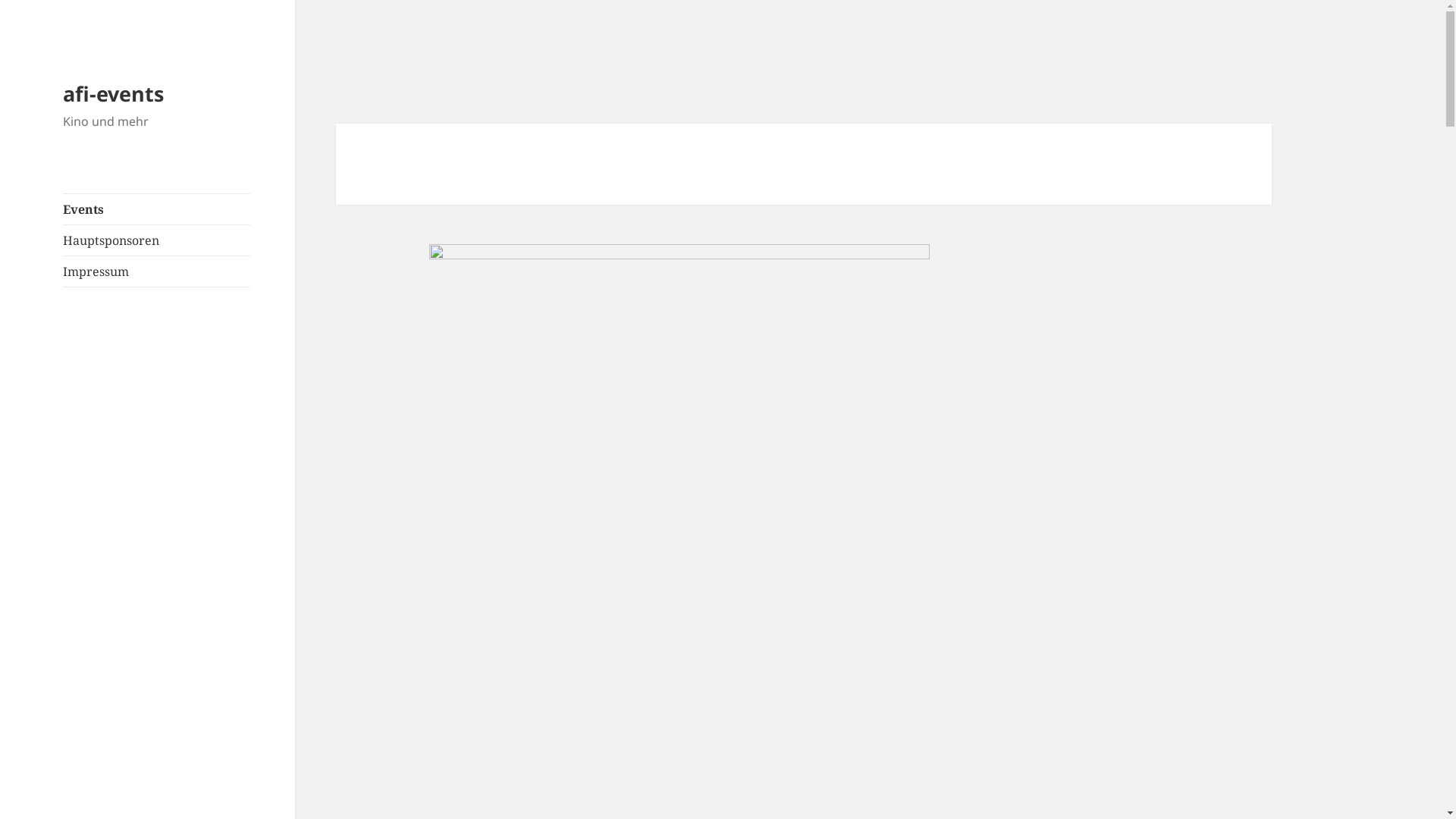 The image size is (1456, 819). What do you see at coordinates (156, 271) in the screenshot?
I see `'Impressum'` at bounding box center [156, 271].